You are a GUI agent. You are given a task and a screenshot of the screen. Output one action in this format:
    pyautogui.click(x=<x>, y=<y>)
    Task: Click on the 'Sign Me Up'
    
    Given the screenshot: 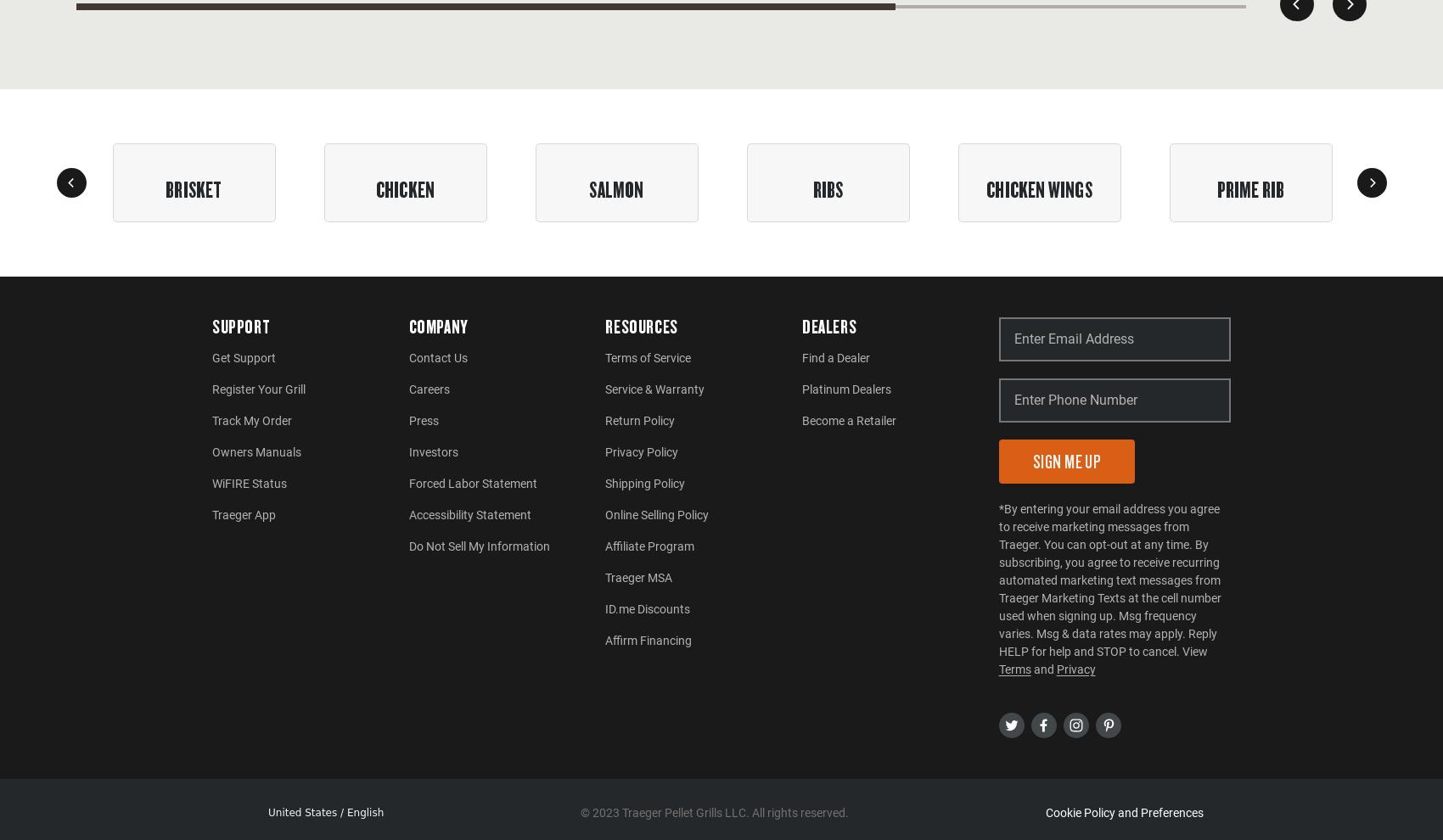 What is the action you would take?
    pyautogui.click(x=1065, y=460)
    